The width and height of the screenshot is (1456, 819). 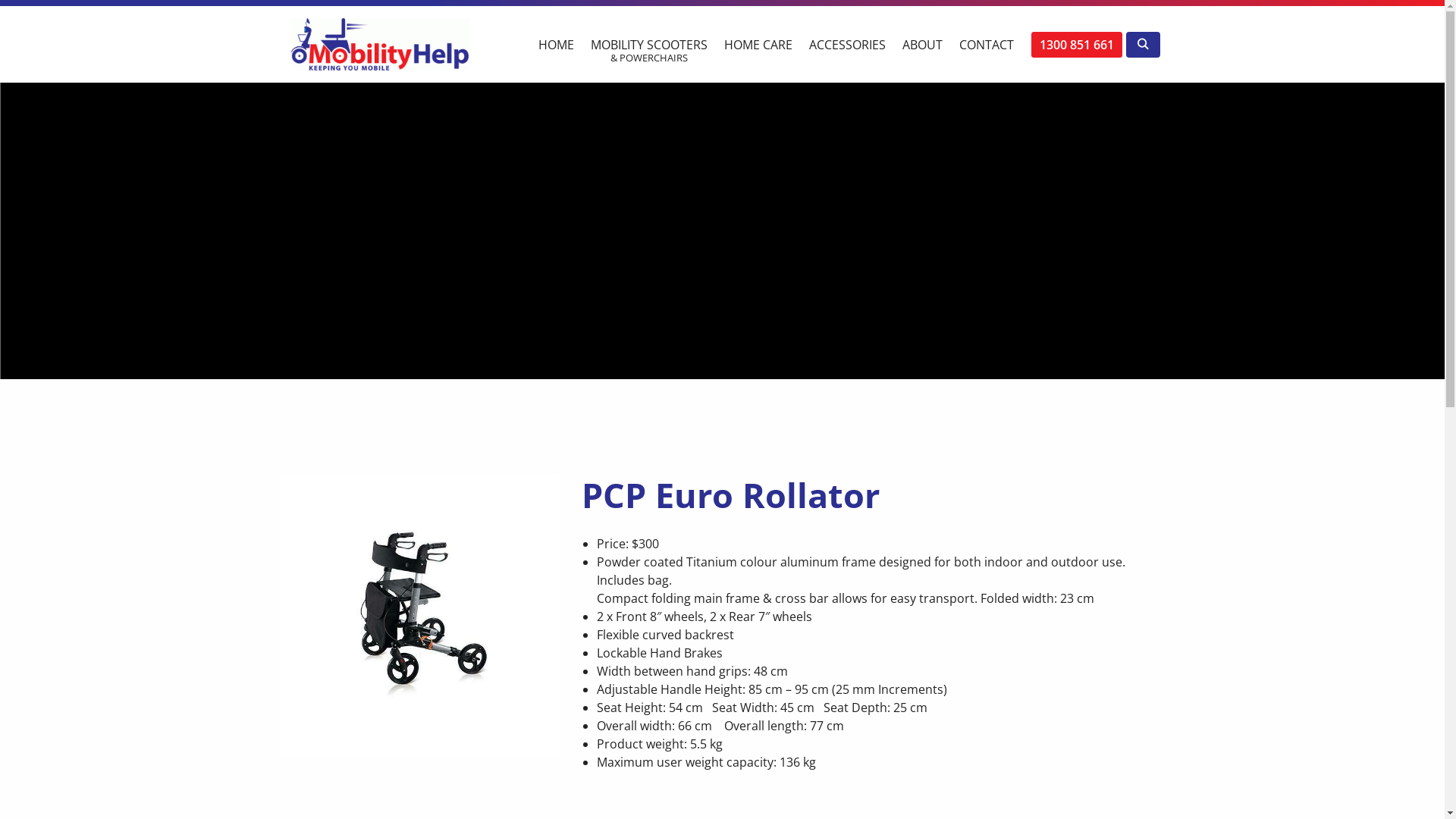 I want to click on '1300 851 661', so click(x=1031, y=43).